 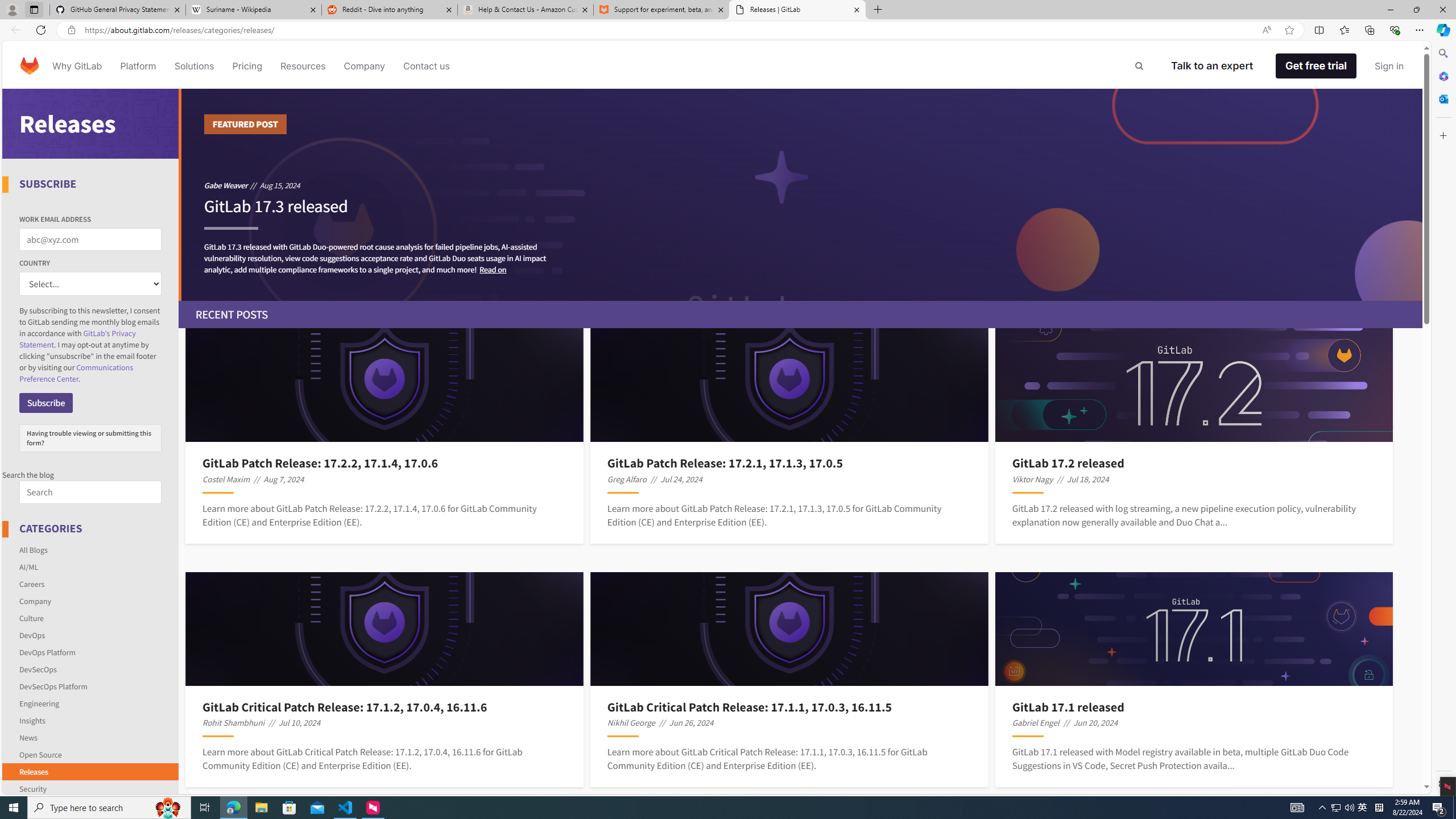 What do you see at coordinates (246, 65) in the screenshot?
I see `'Pricing'` at bounding box center [246, 65].